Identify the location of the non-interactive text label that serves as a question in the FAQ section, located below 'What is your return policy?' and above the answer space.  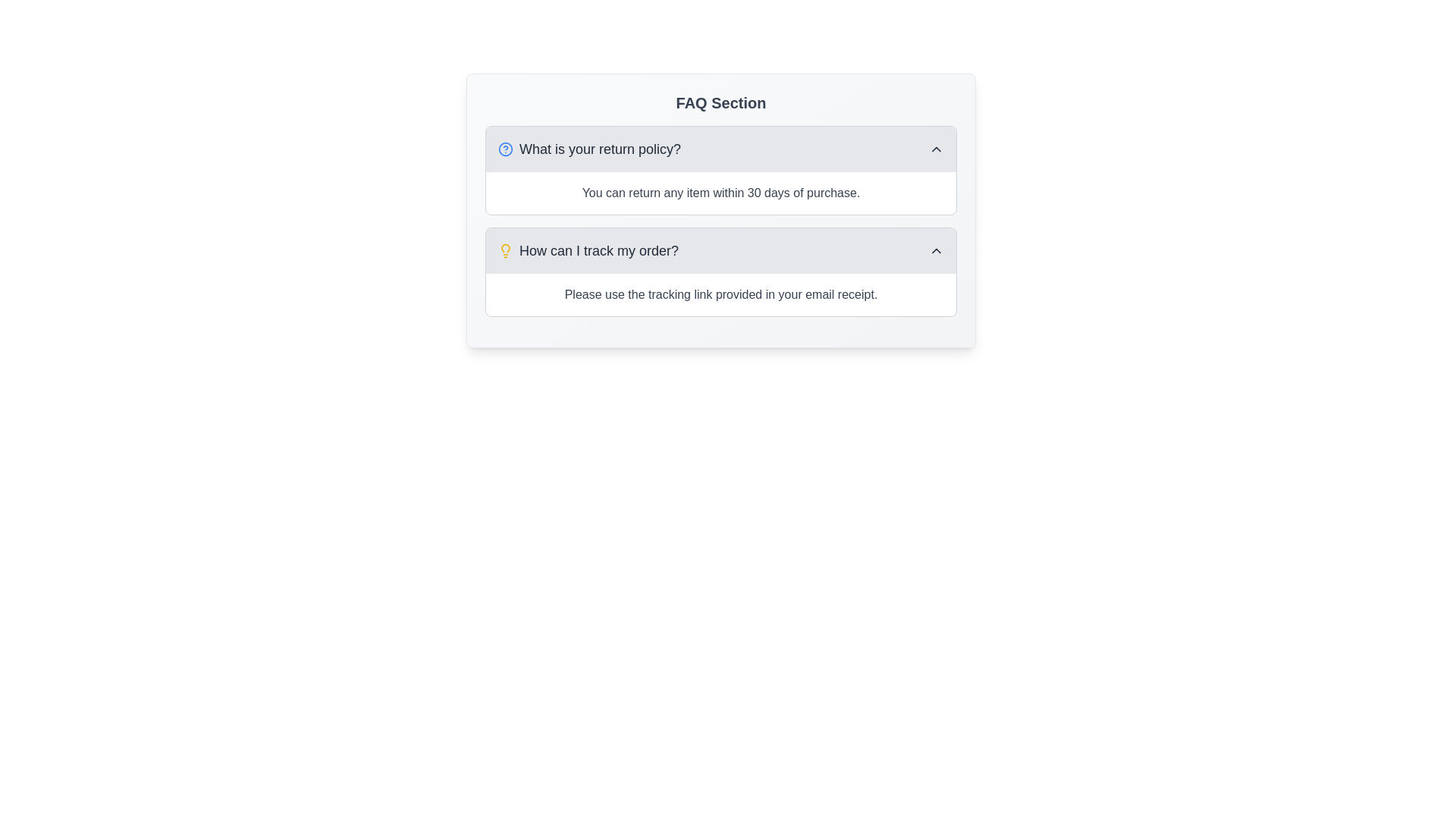
(588, 250).